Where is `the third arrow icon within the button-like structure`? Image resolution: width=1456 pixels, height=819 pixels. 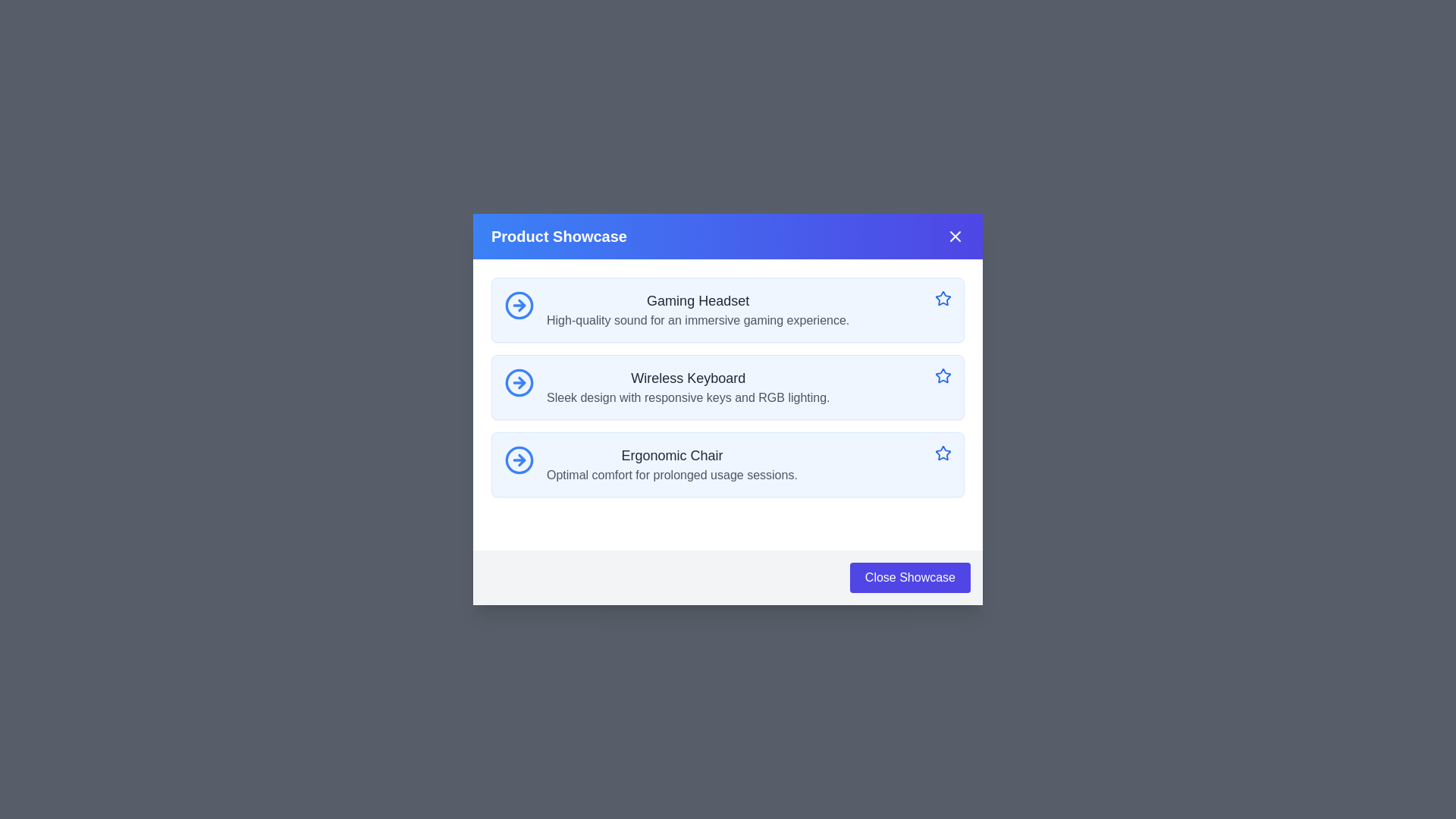 the third arrow icon within the button-like structure is located at coordinates (522, 459).